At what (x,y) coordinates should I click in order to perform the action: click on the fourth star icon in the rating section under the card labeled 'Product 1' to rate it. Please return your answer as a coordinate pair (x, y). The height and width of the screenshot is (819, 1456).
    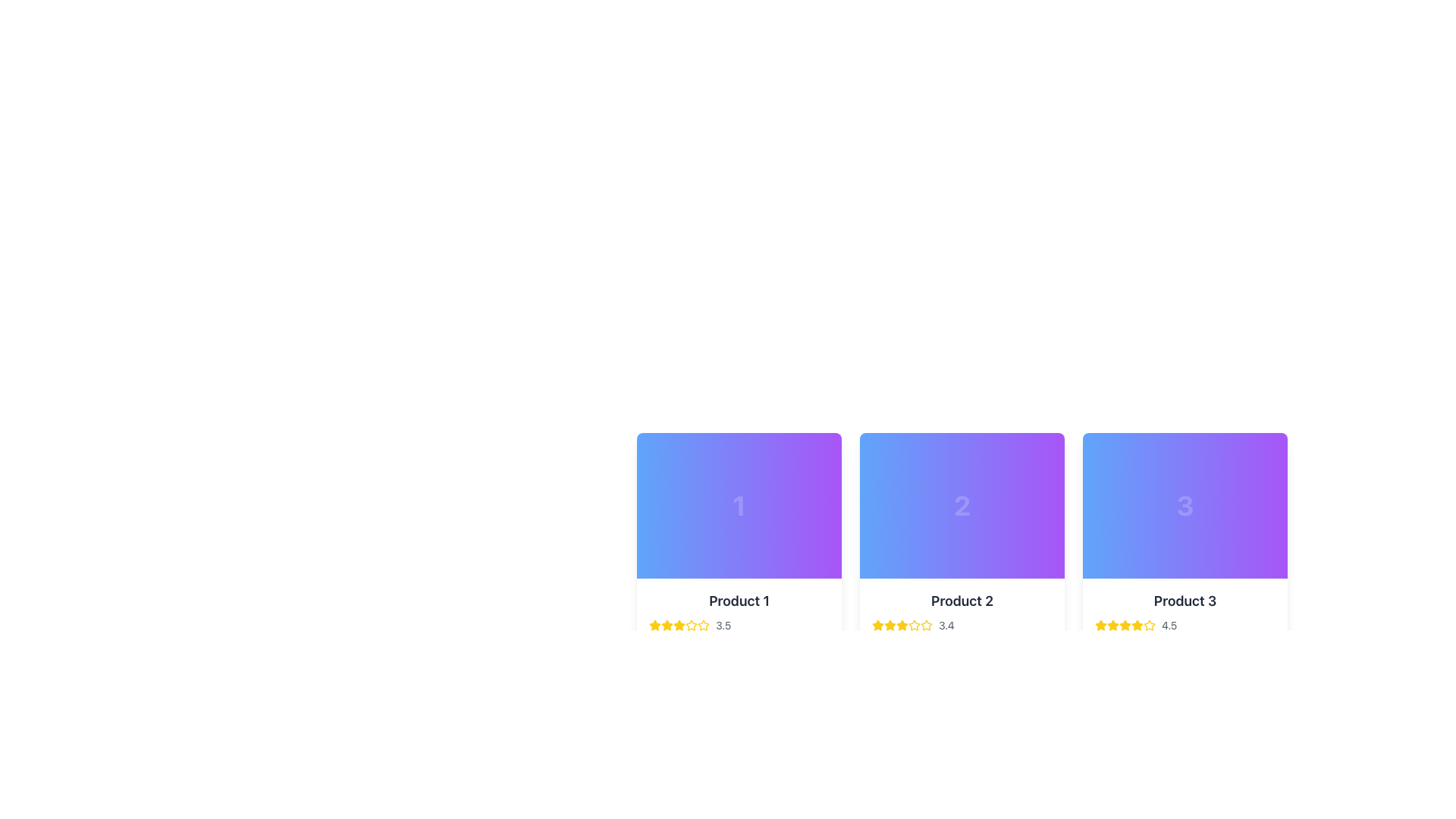
    Looking at the image, I should click on (691, 625).